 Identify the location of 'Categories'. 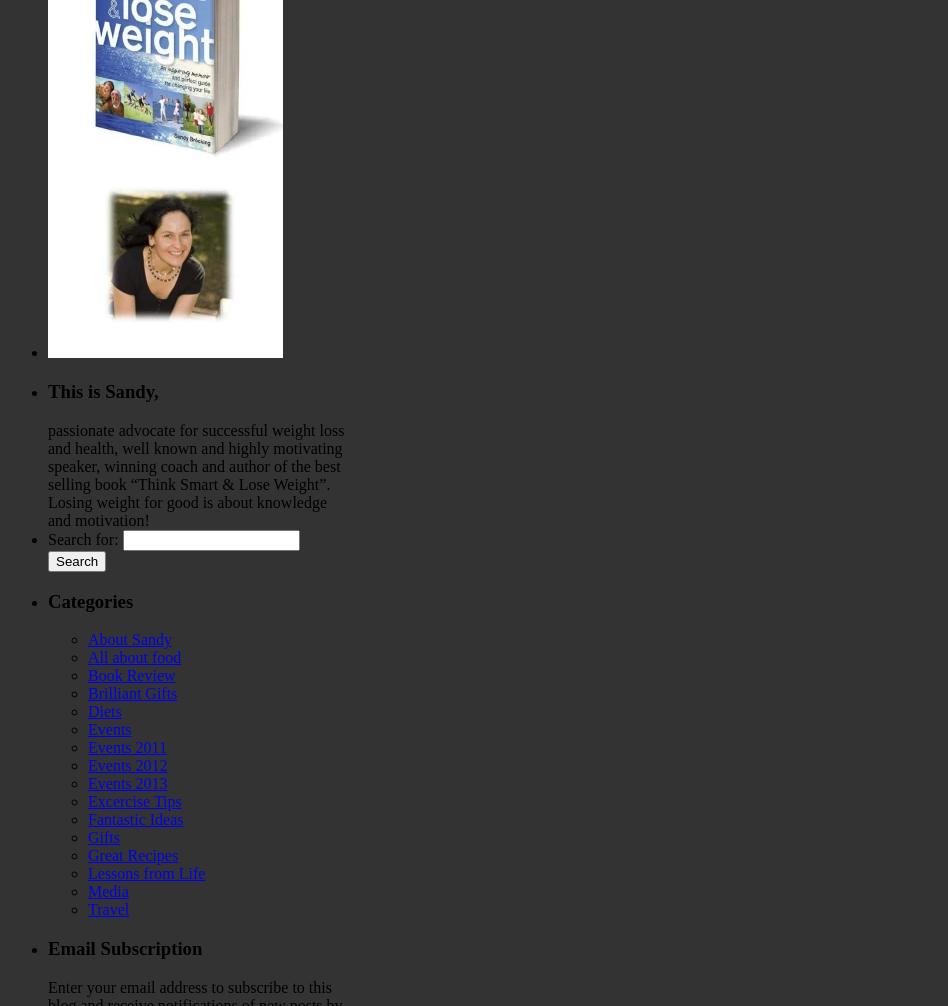
(47, 600).